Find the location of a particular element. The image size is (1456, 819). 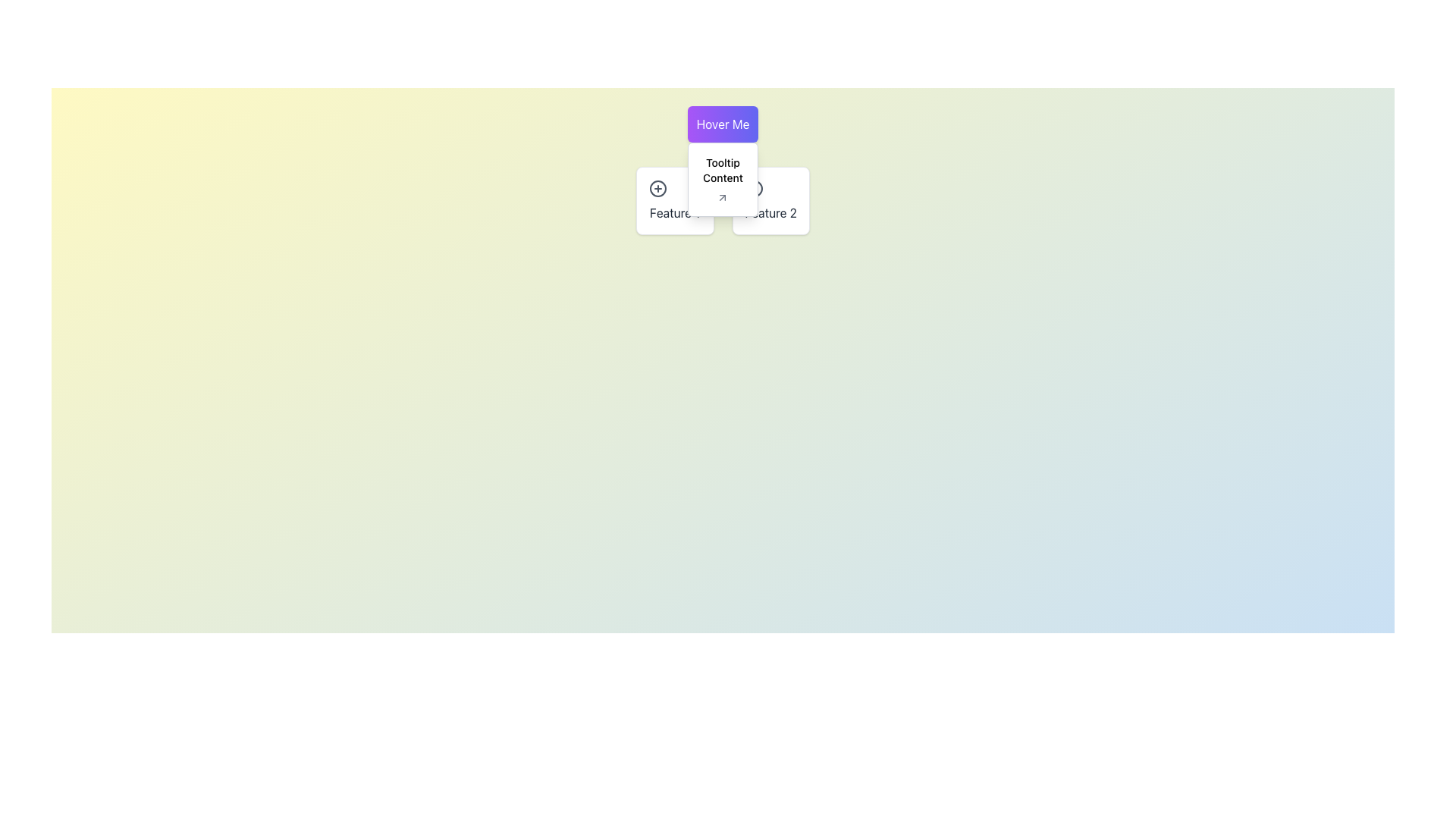

the button located within the card labeled 'Feature 1' is located at coordinates (657, 188).